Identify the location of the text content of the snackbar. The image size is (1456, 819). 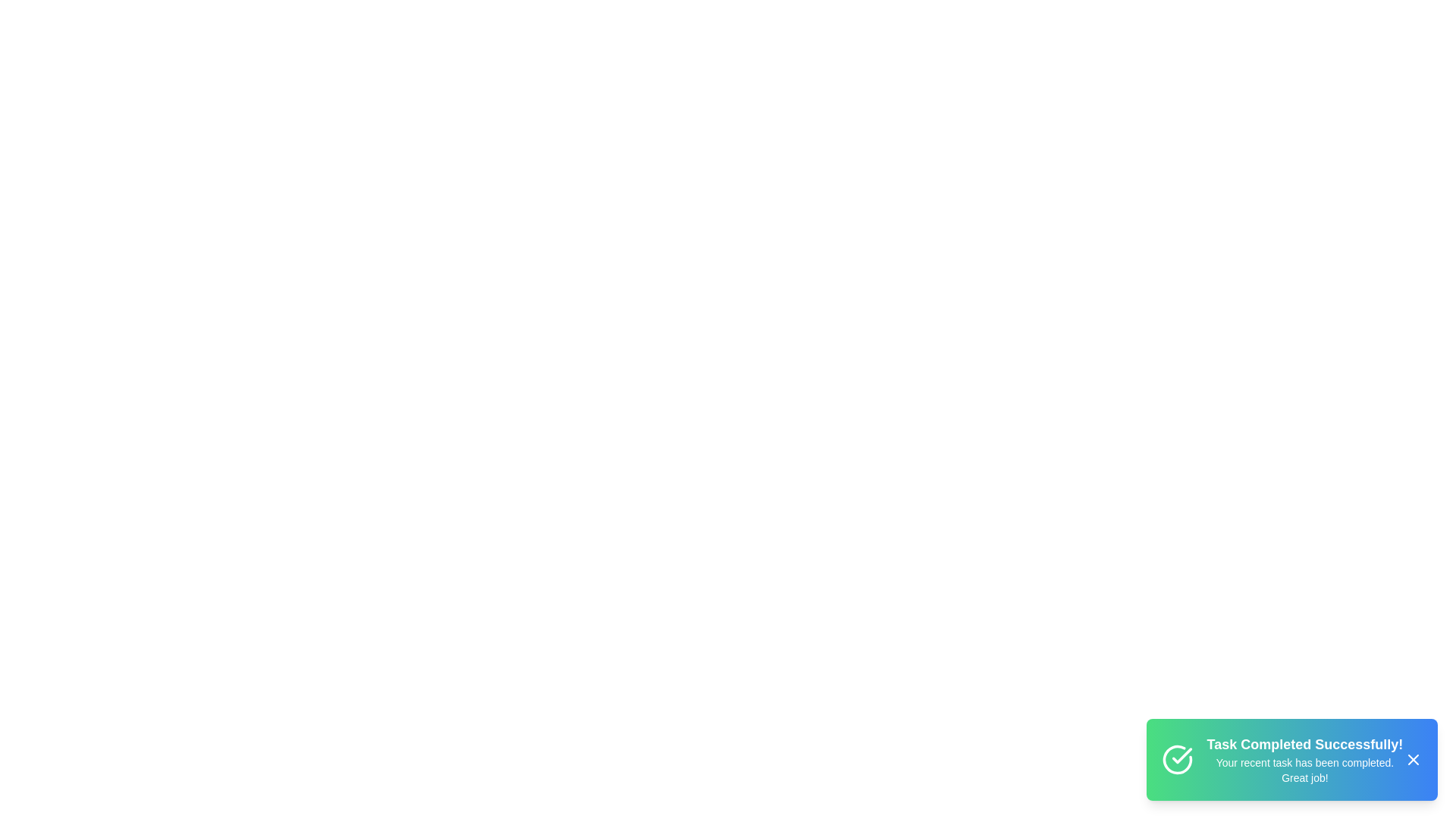
(1291, 760).